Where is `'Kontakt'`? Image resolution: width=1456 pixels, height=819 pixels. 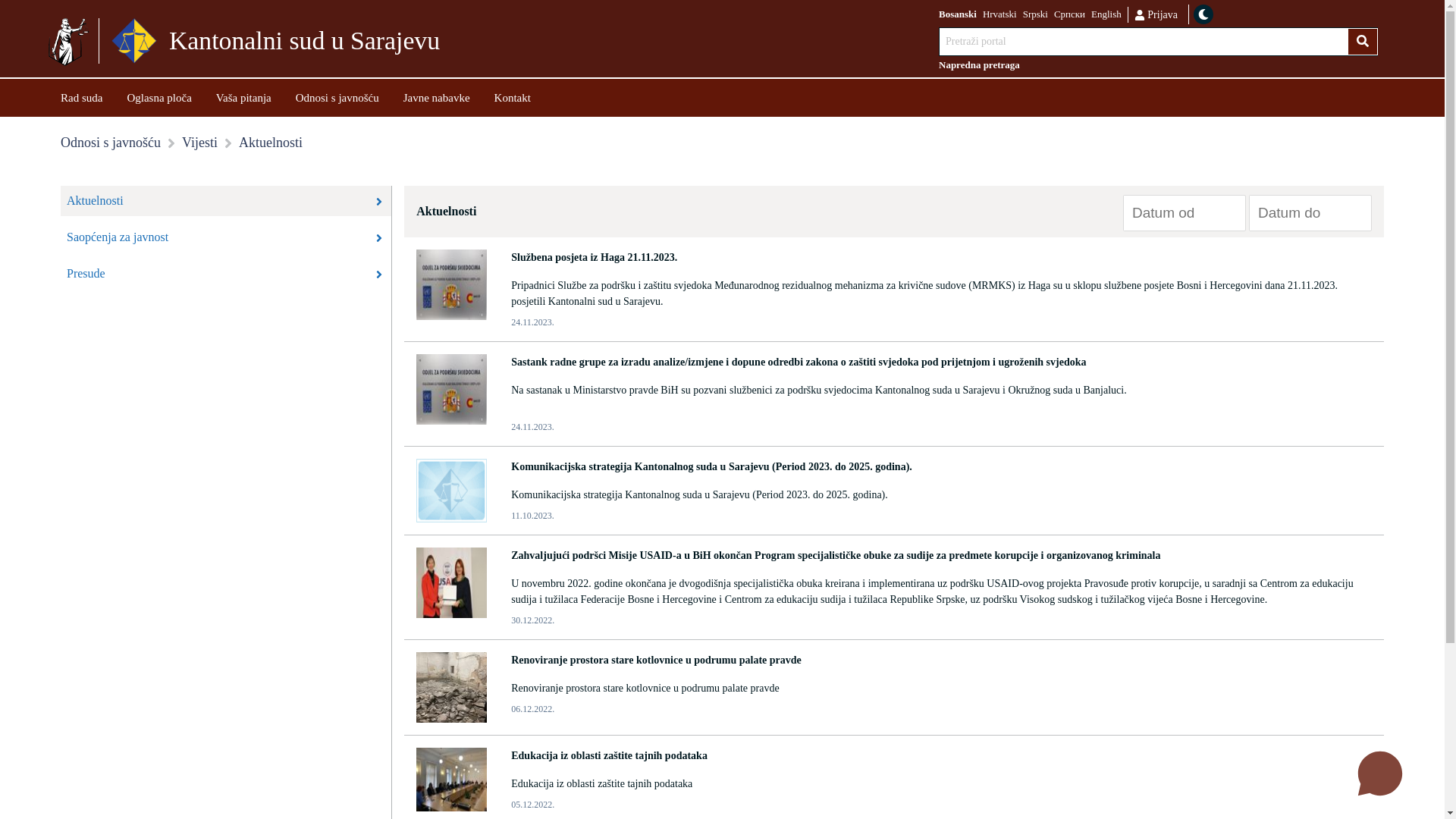 'Kontakt' is located at coordinates (513, 97).